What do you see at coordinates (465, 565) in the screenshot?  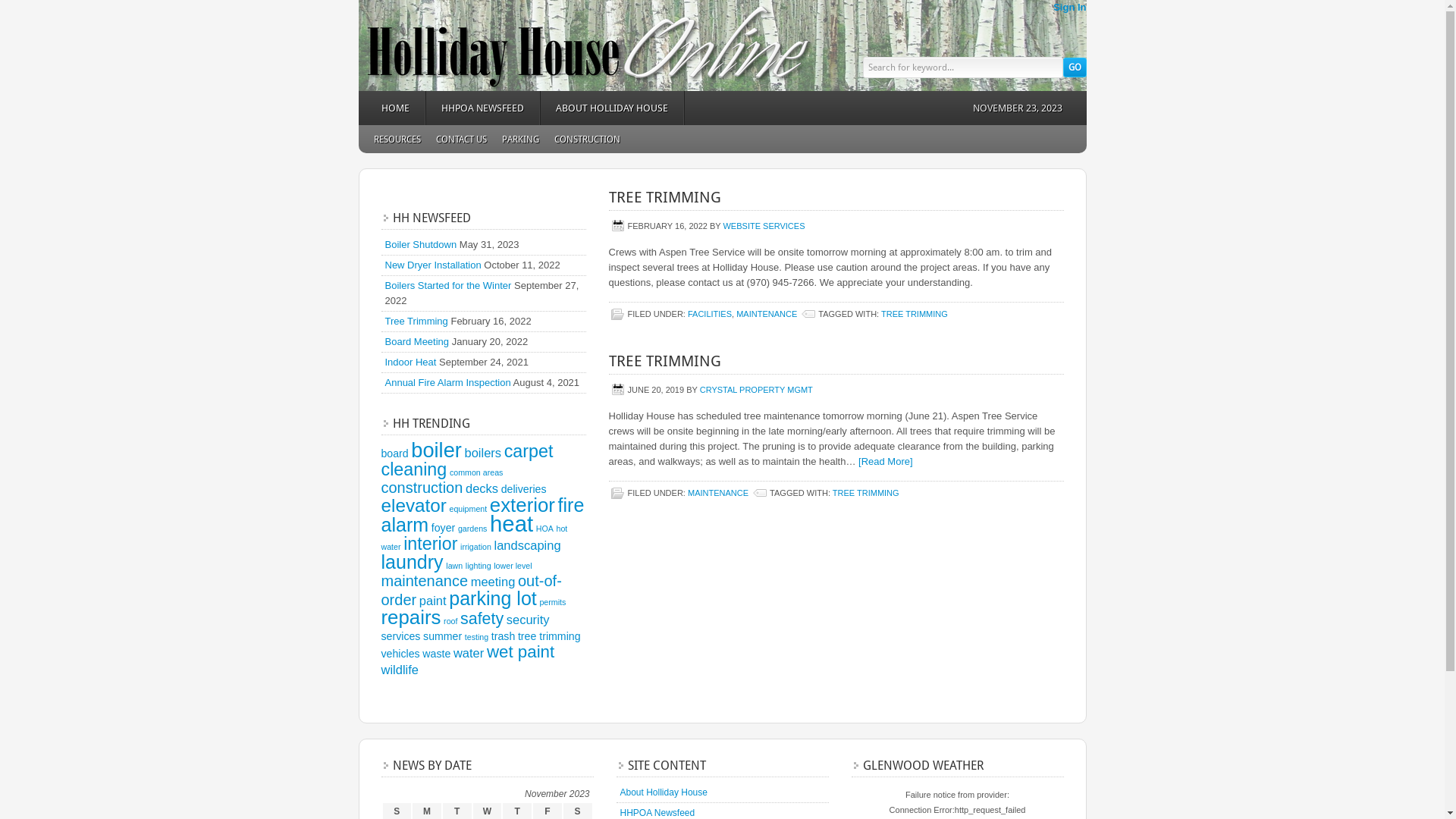 I see `'lighting'` at bounding box center [465, 565].